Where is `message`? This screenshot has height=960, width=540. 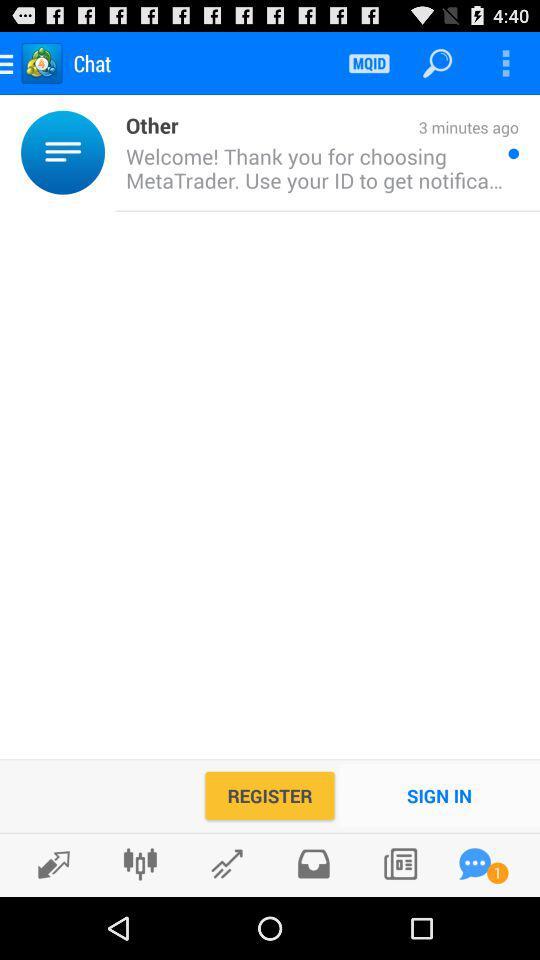 message is located at coordinates (474, 863).